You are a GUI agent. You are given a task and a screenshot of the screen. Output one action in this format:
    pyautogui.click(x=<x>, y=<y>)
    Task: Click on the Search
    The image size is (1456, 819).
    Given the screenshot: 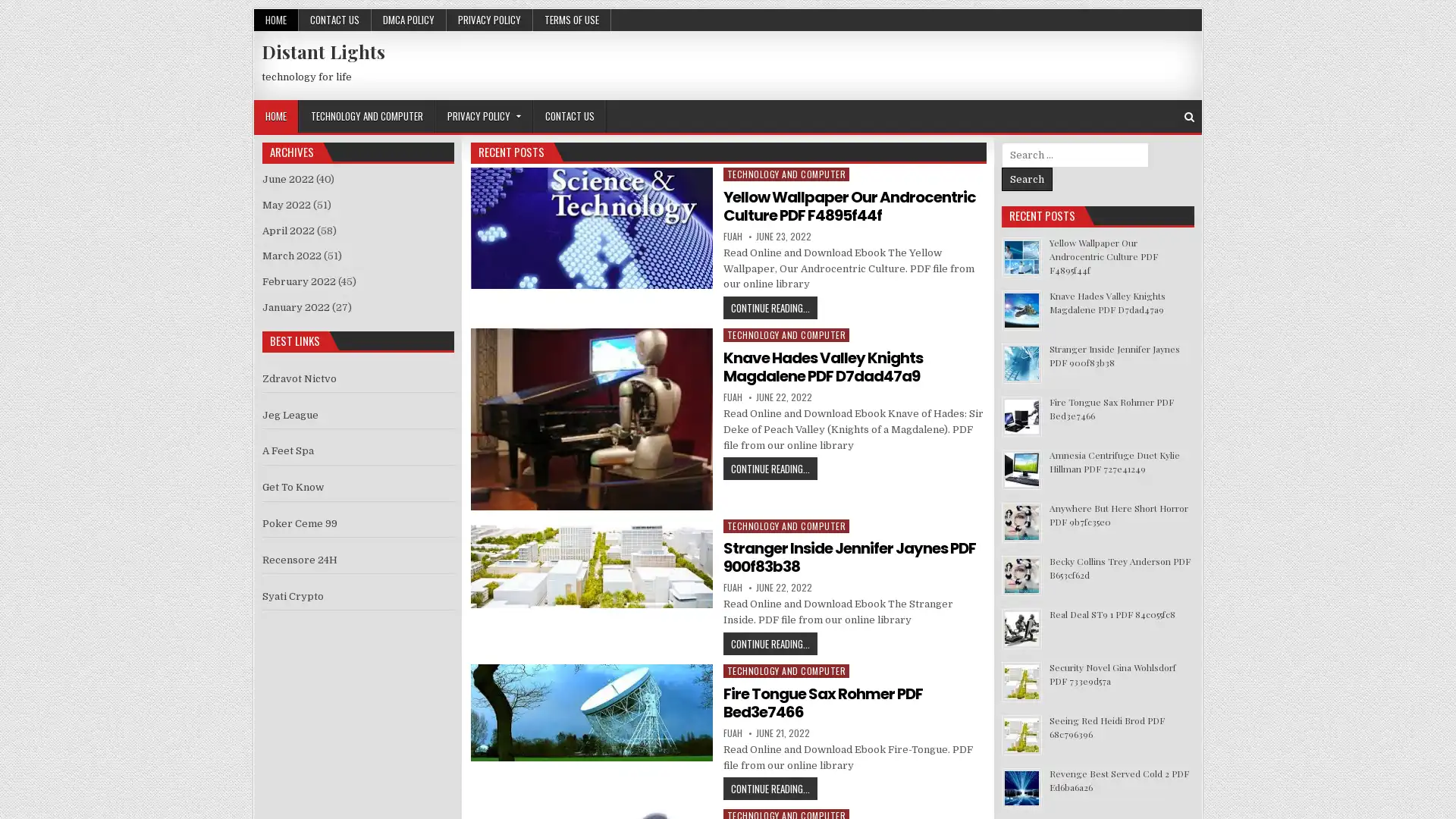 What is the action you would take?
    pyautogui.click(x=1027, y=178)
    